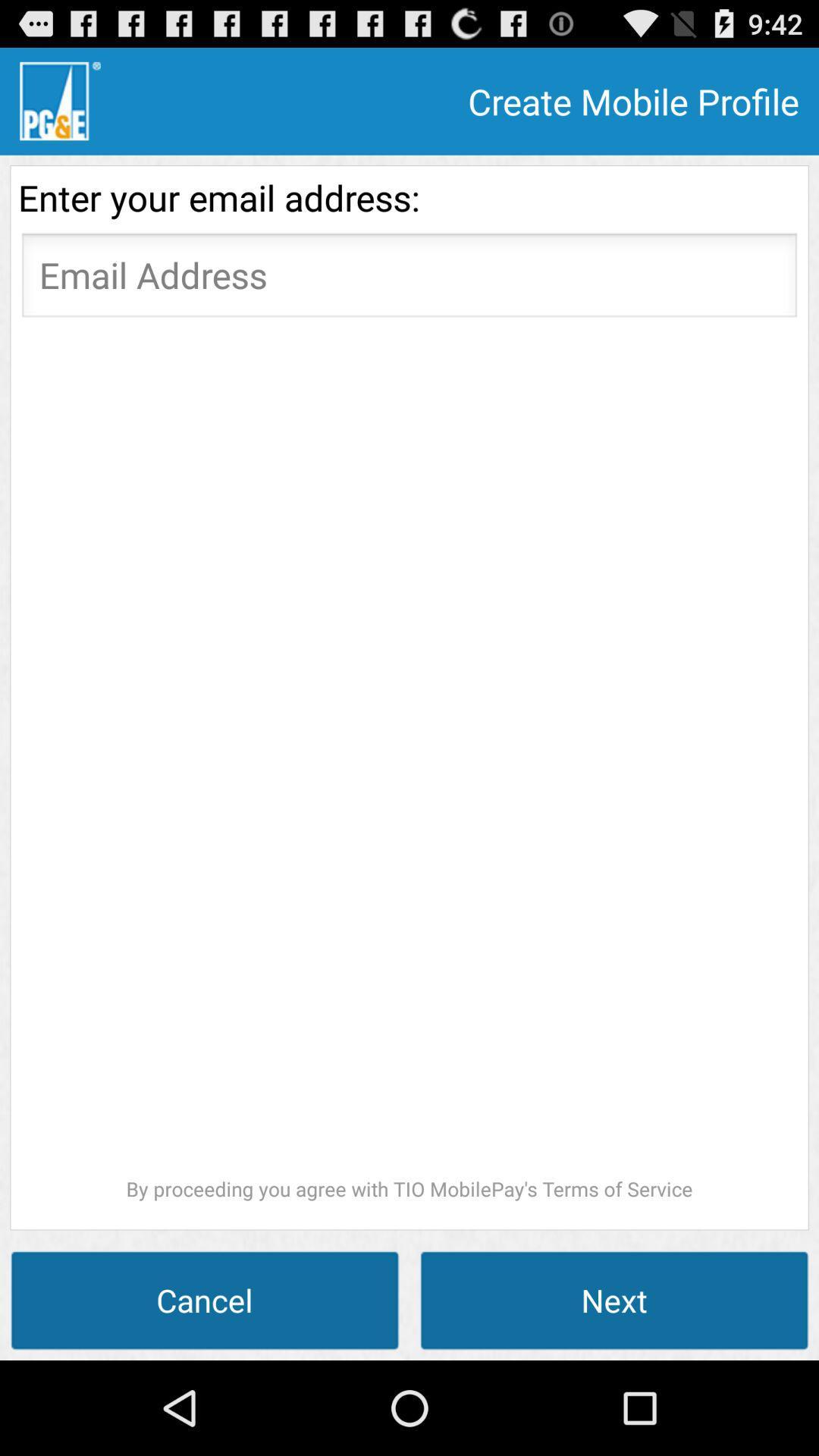 This screenshot has width=819, height=1456. What do you see at coordinates (614, 1299) in the screenshot?
I see `the next button` at bounding box center [614, 1299].